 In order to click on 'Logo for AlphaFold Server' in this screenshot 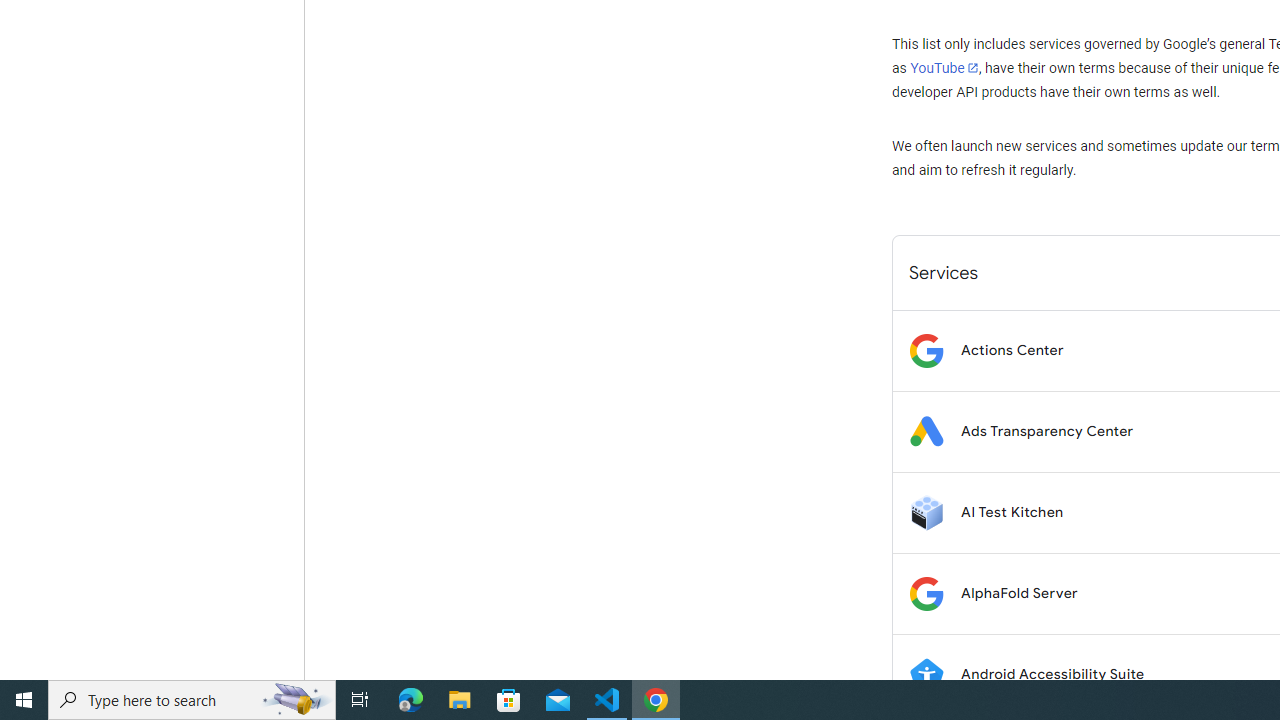, I will do `click(925, 592)`.